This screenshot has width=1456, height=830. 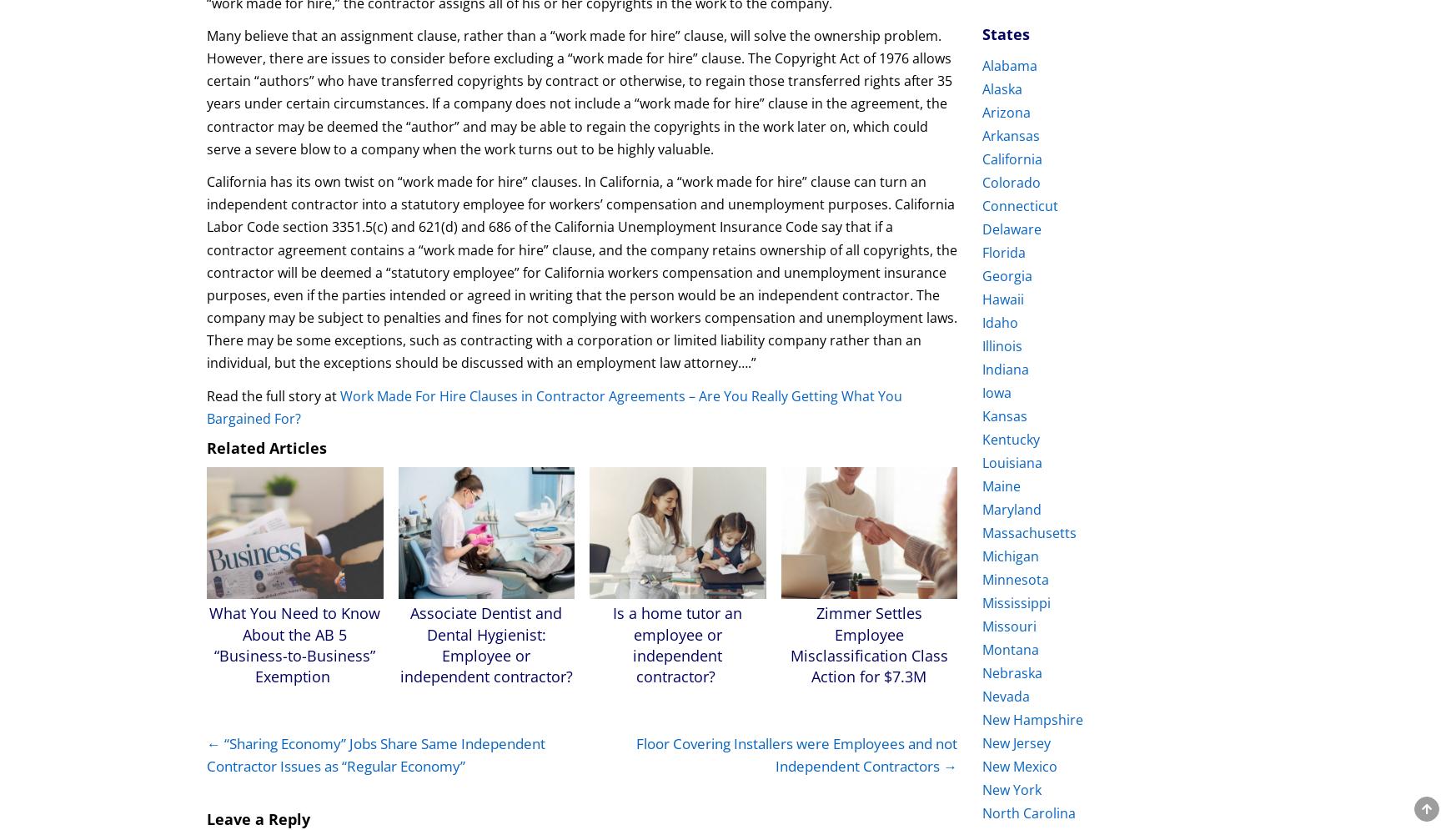 What do you see at coordinates (1011, 135) in the screenshot?
I see `'Arkansas'` at bounding box center [1011, 135].